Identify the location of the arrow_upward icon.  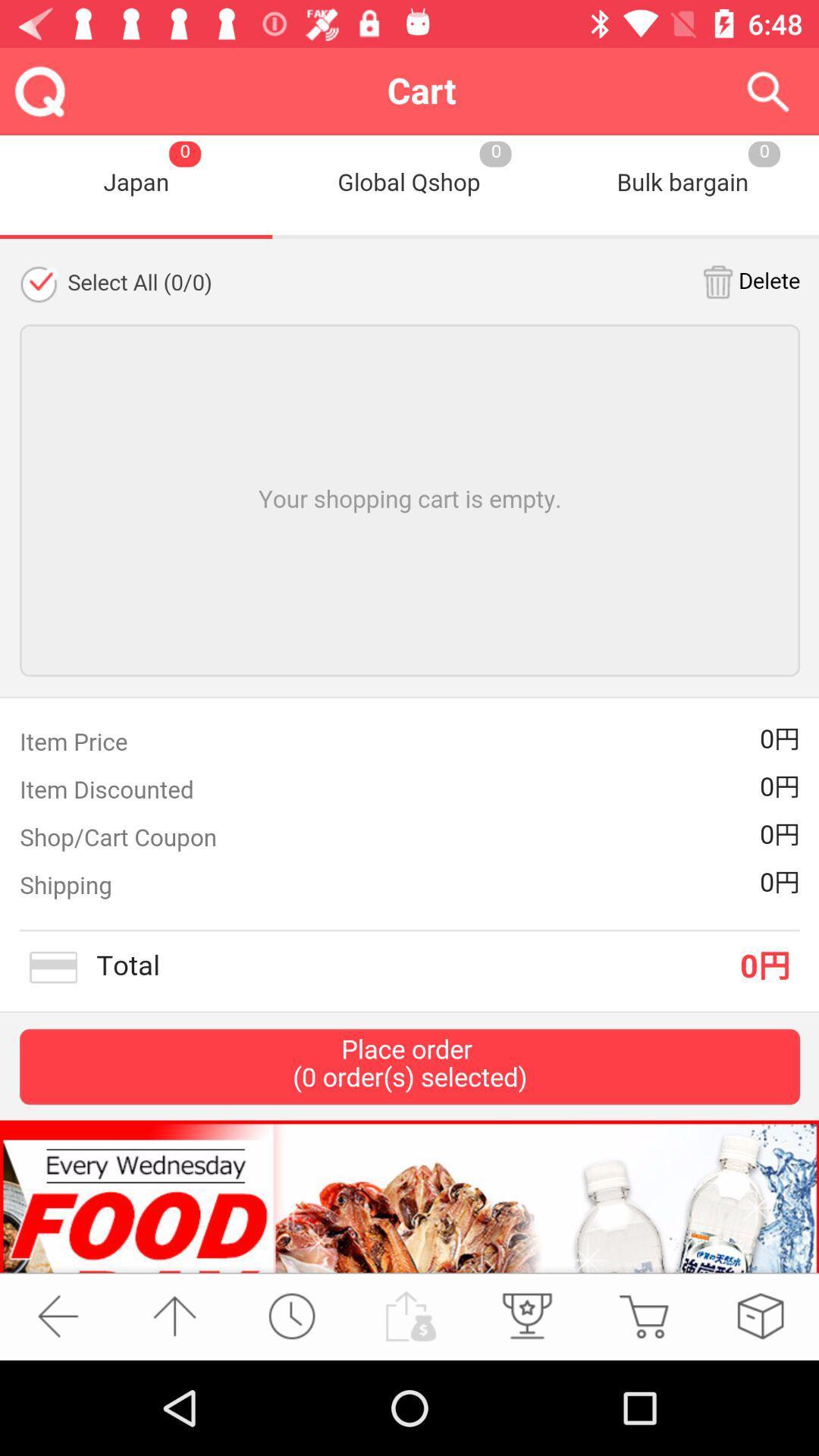
(174, 1315).